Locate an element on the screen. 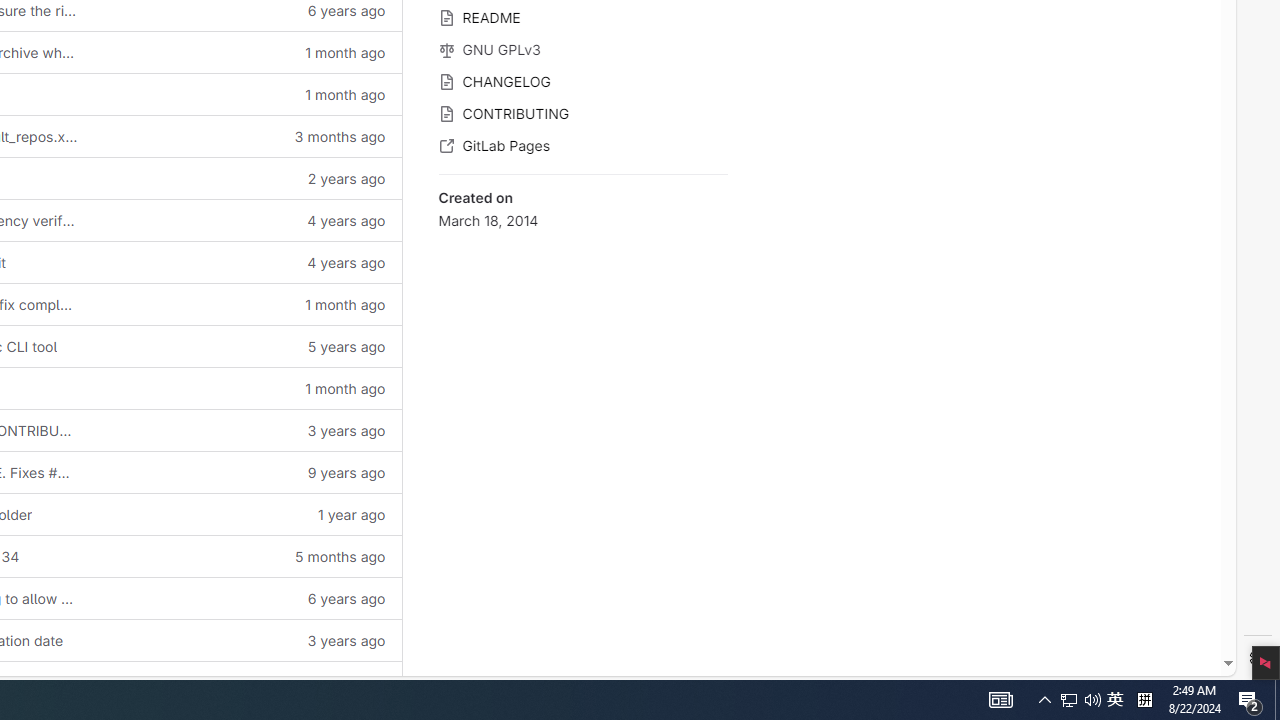  'README' is located at coordinates (582, 16).